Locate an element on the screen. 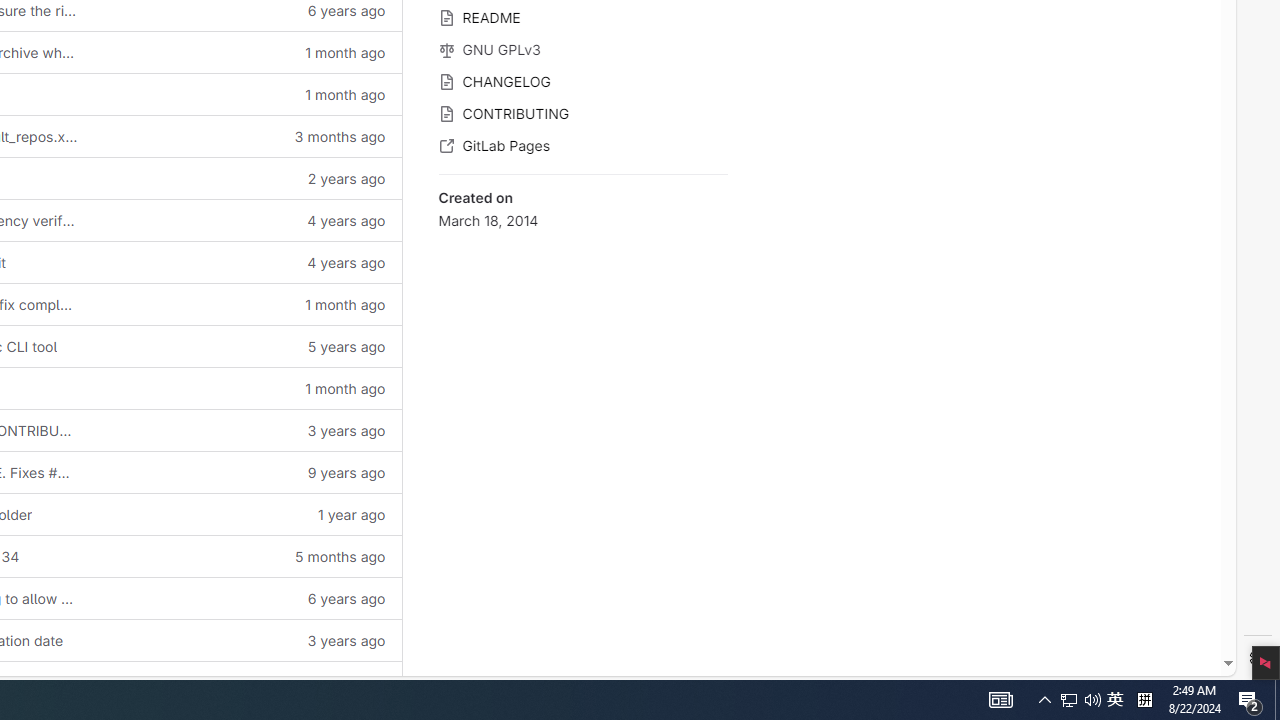  'README' is located at coordinates (582, 16).